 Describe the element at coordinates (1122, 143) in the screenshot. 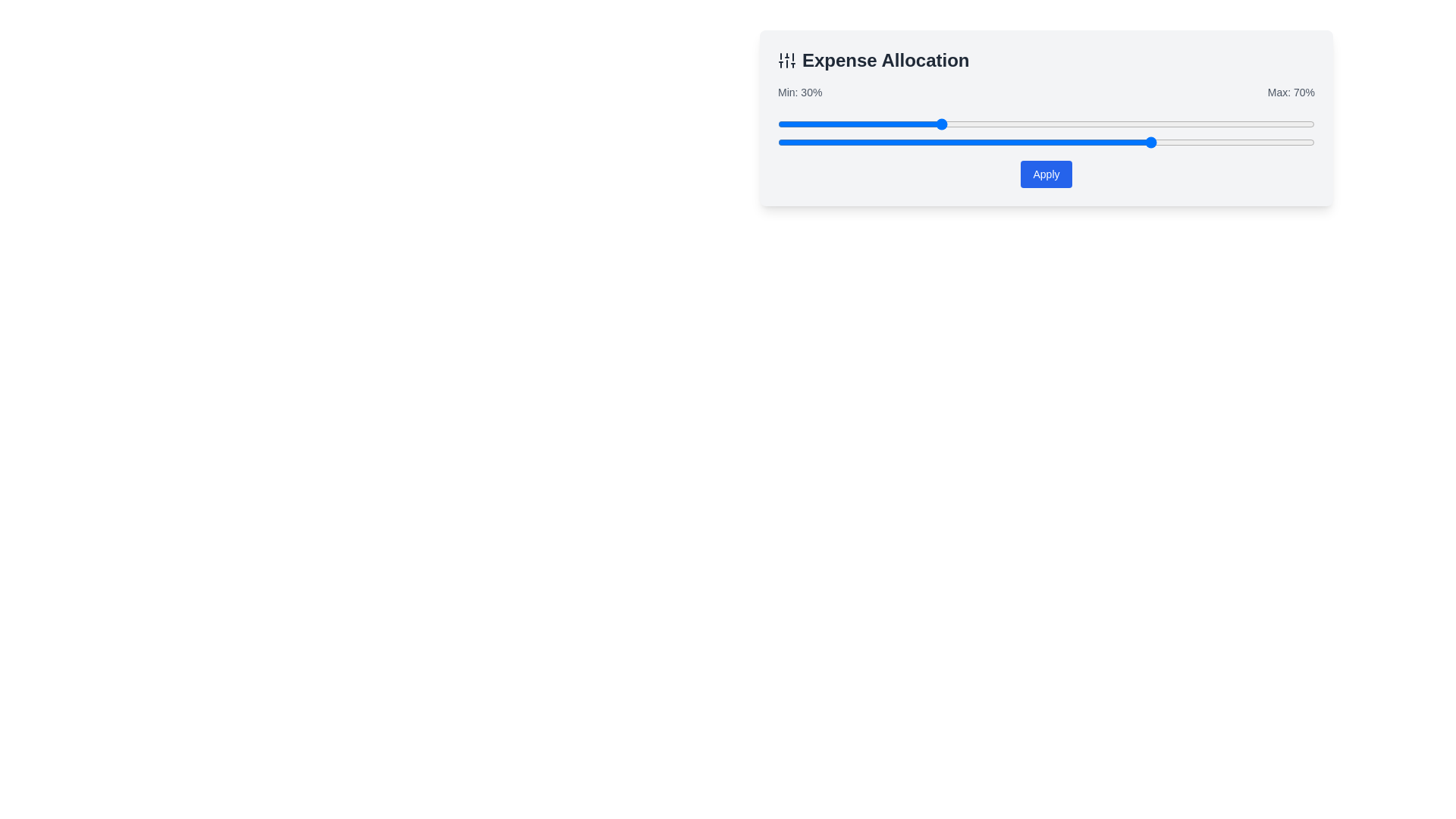

I see `the slider's value` at that location.